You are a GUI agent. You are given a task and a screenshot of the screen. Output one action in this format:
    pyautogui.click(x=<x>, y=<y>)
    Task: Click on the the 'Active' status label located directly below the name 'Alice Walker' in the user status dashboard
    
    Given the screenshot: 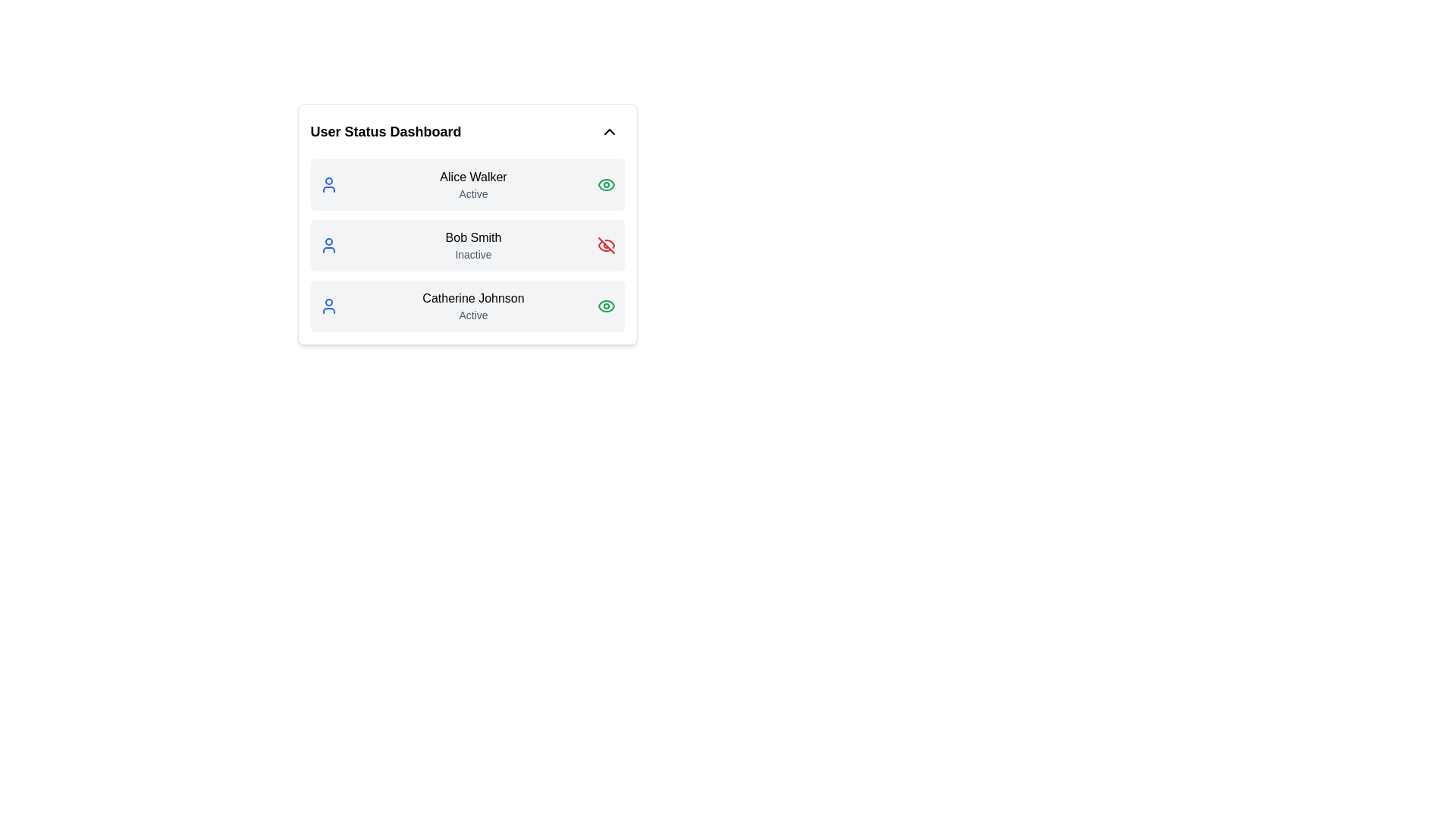 What is the action you would take?
    pyautogui.click(x=472, y=193)
    